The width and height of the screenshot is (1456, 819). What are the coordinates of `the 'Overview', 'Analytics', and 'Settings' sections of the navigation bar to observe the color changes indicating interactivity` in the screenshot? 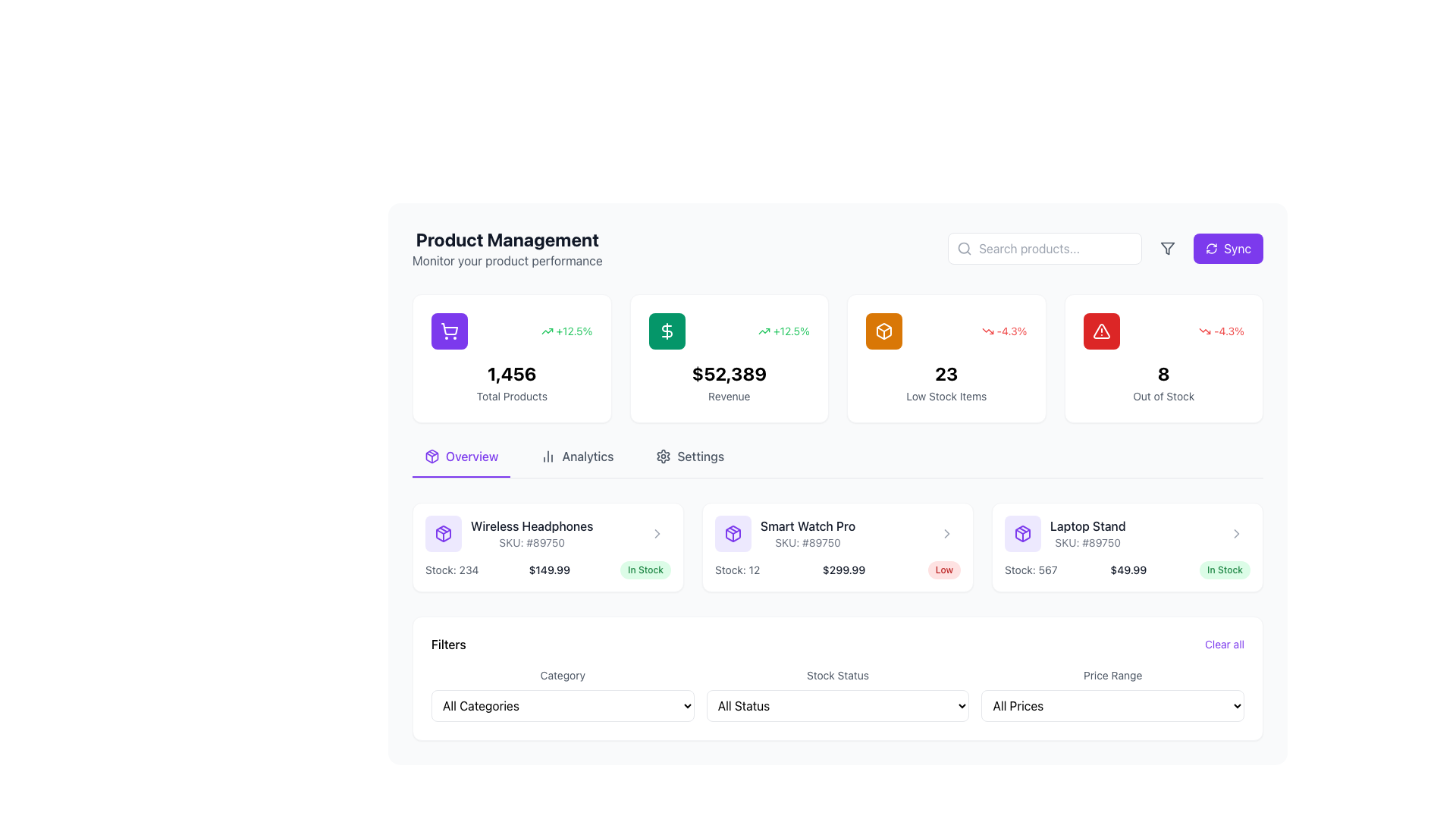 It's located at (836, 461).